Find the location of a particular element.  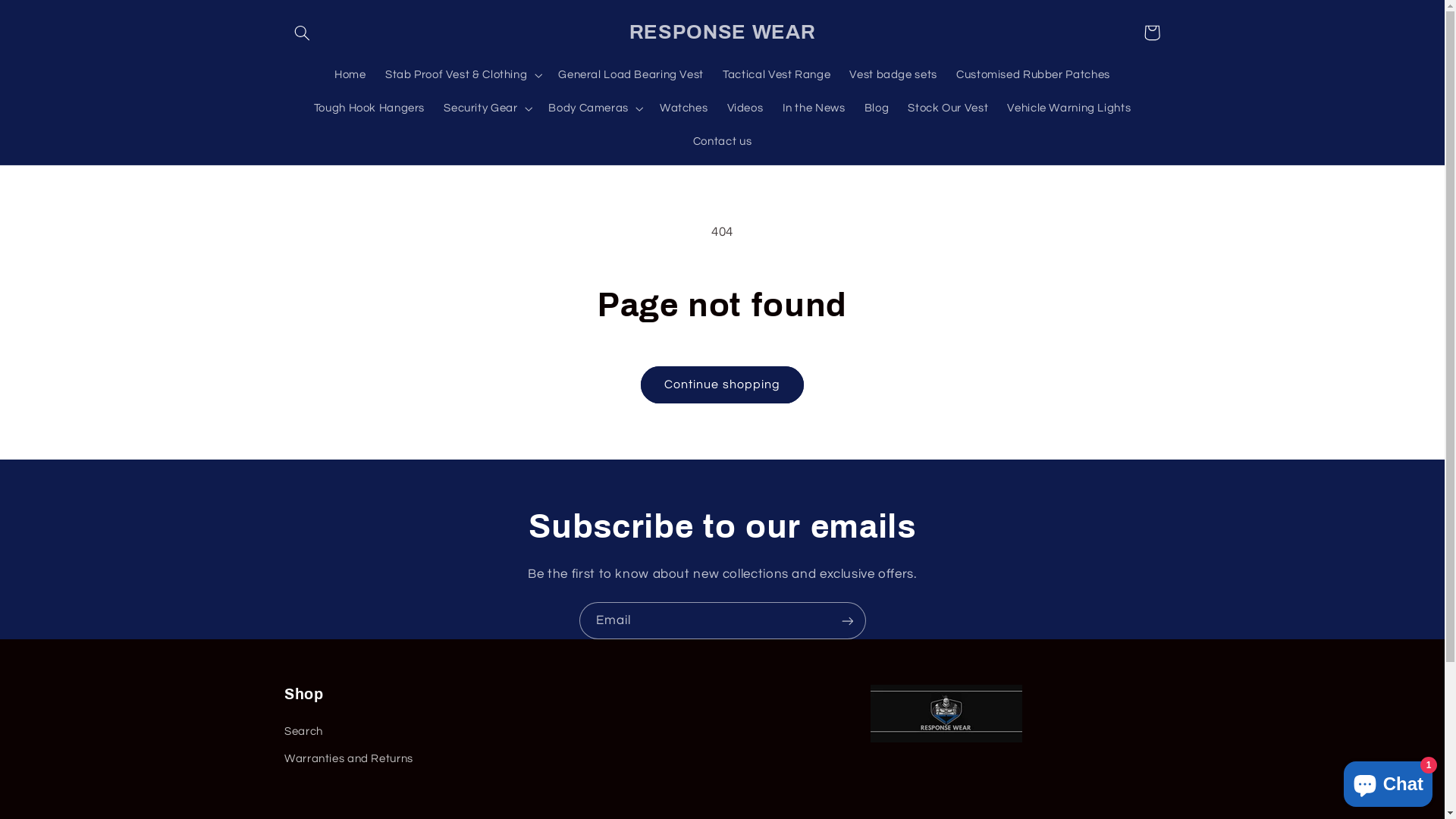

'Warranties and Returns' is located at coordinates (348, 759).